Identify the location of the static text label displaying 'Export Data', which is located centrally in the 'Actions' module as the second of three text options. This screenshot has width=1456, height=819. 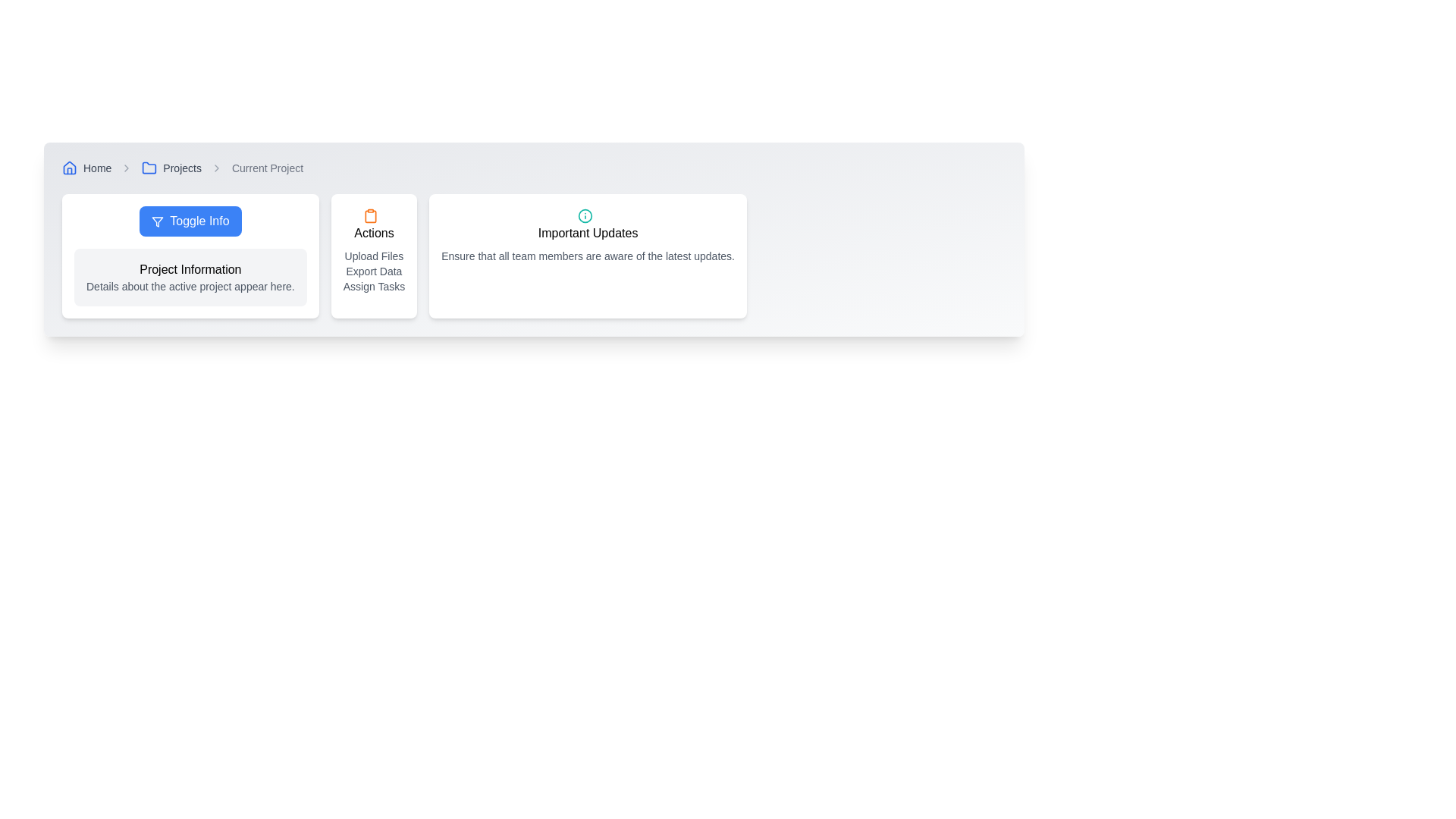
(374, 271).